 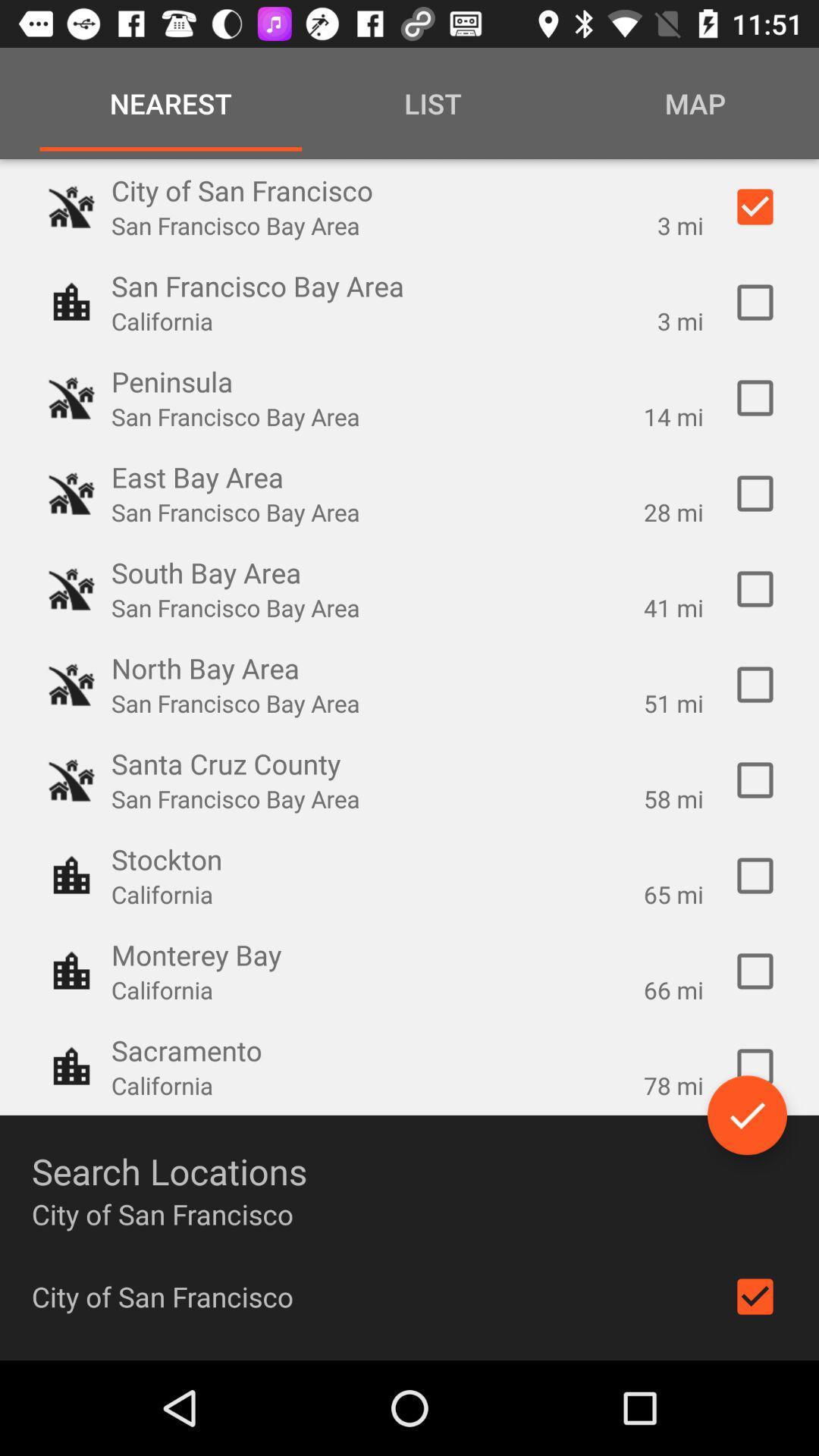 I want to click on the icon which is just beside the monterey bay, so click(x=71, y=971).